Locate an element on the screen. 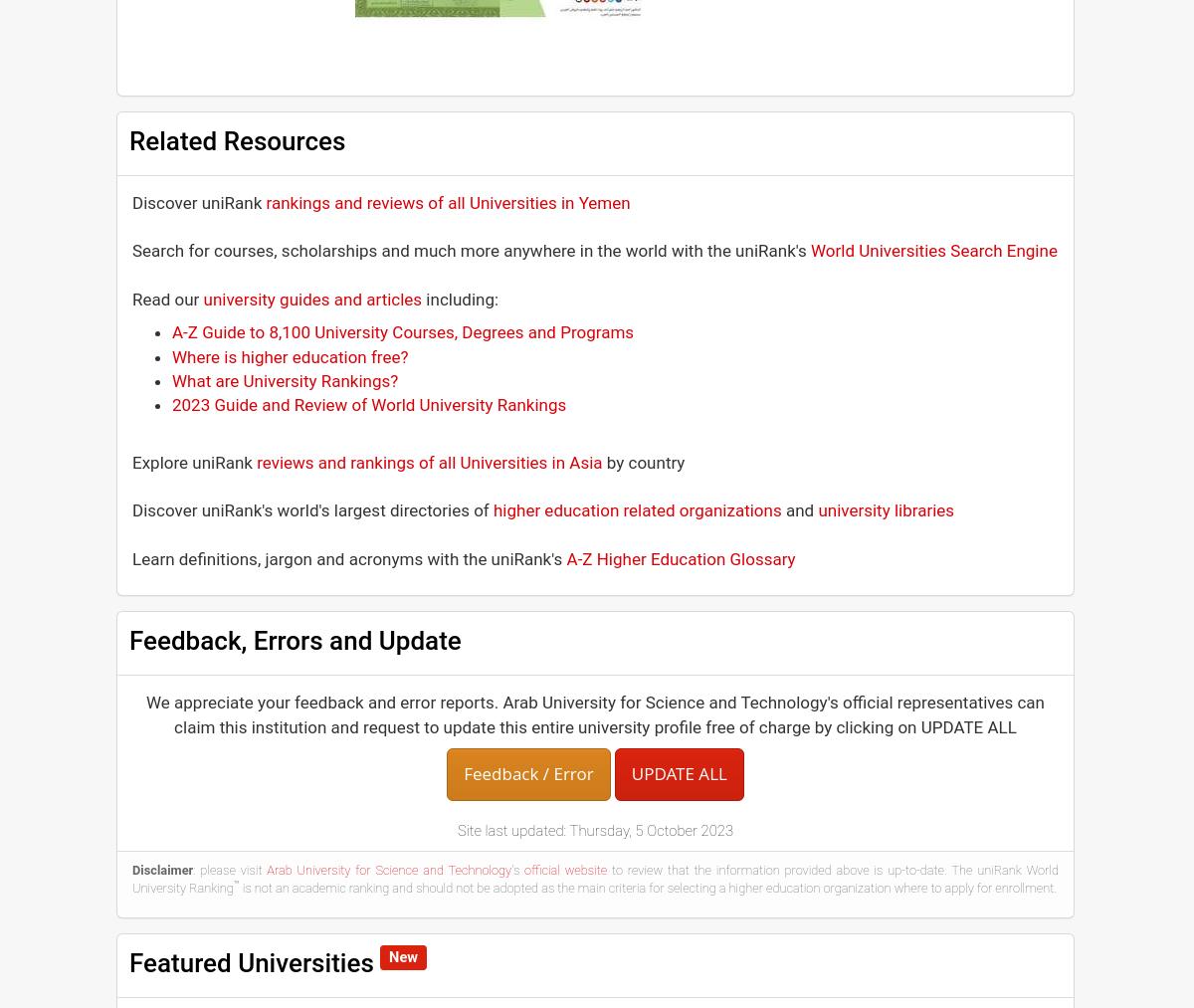 Image resolution: width=1194 pixels, height=1008 pixels. 'higher education related organizations' is located at coordinates (492, 509).